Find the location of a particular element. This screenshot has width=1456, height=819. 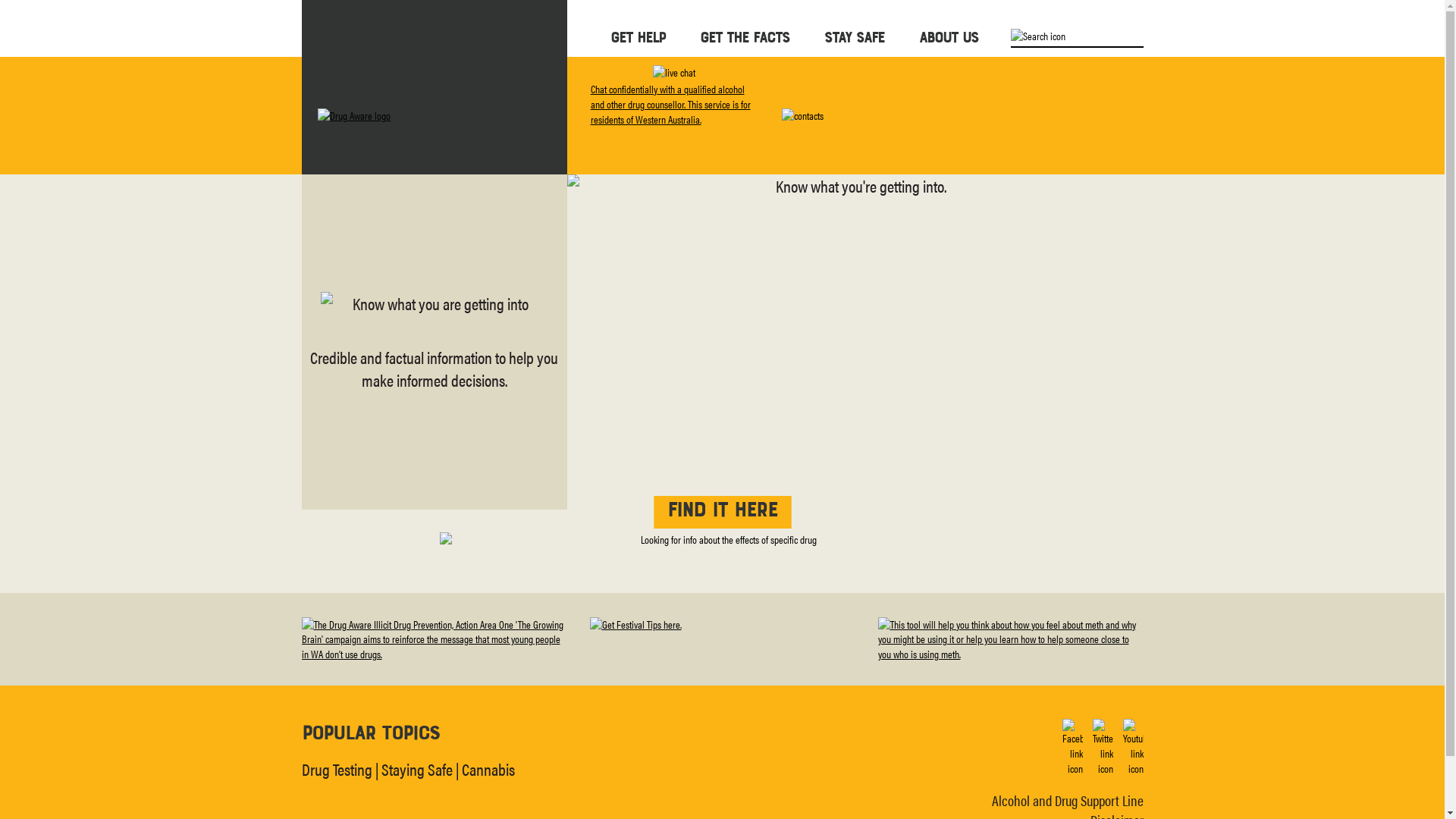

'Cannabis' is located at coordinates (488, 768).